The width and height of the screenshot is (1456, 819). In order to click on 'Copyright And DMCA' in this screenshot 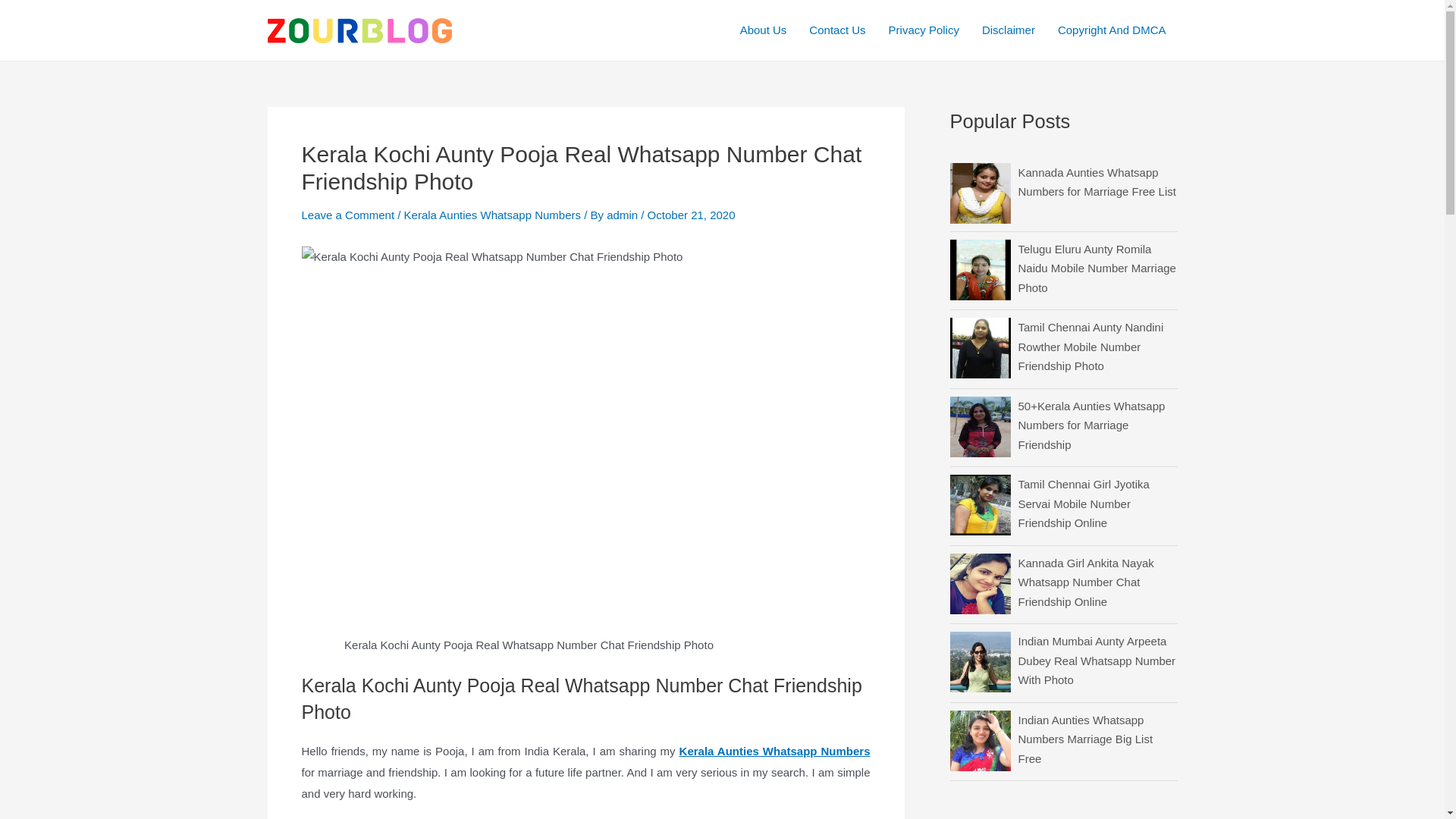, I will do `click(1112, 30)`.